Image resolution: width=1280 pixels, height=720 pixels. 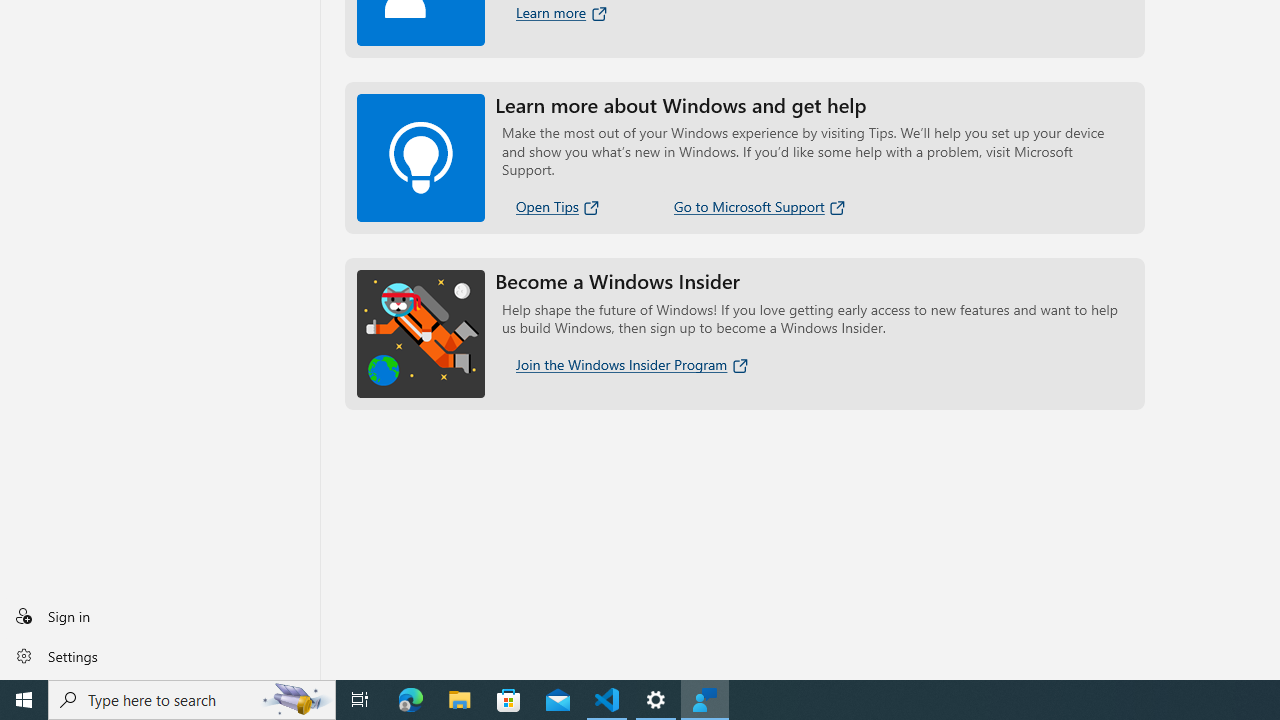 I want to click on 'File Explorer', so click(x=459, y=698).